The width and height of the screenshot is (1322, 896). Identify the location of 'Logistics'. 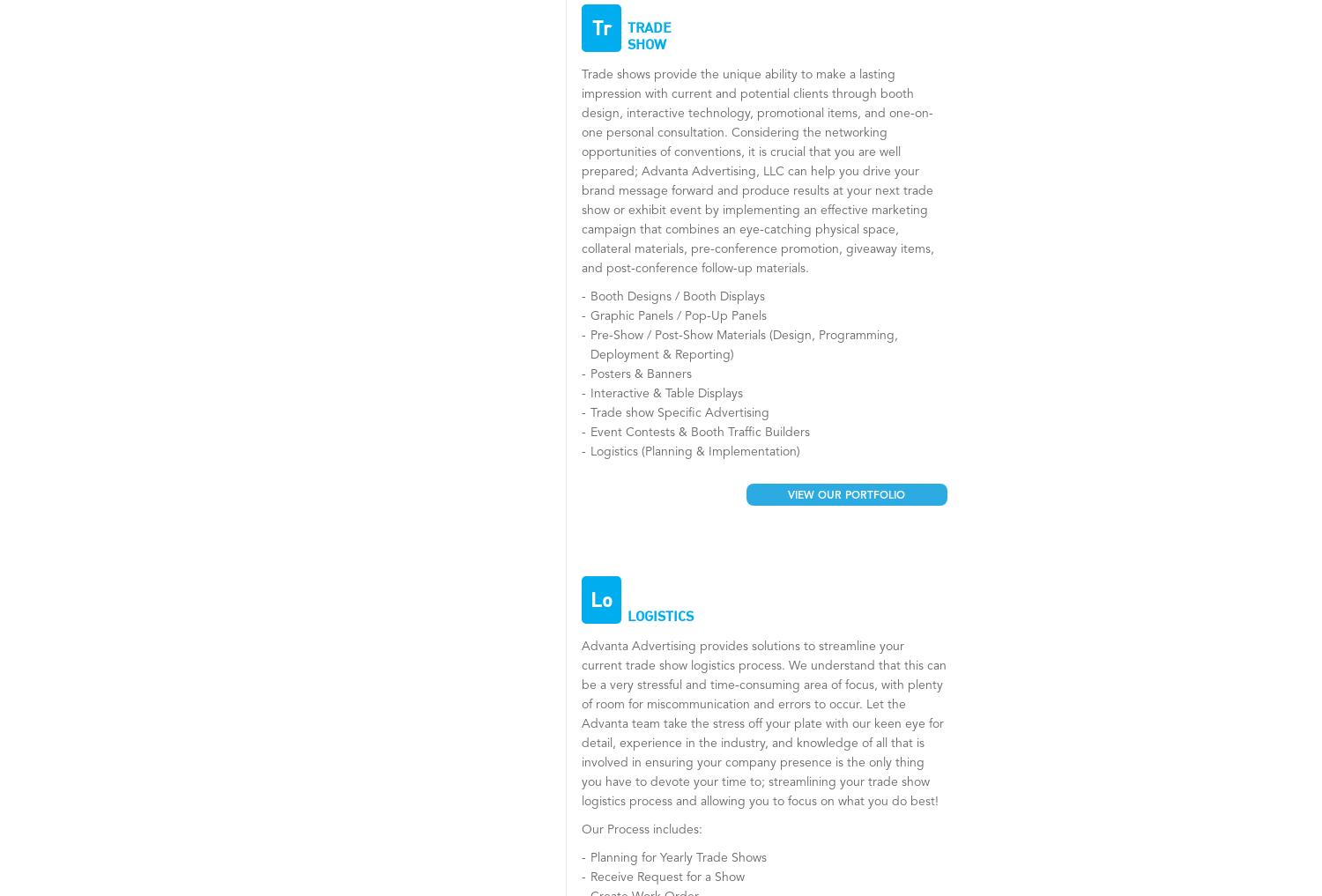
(659, 614).